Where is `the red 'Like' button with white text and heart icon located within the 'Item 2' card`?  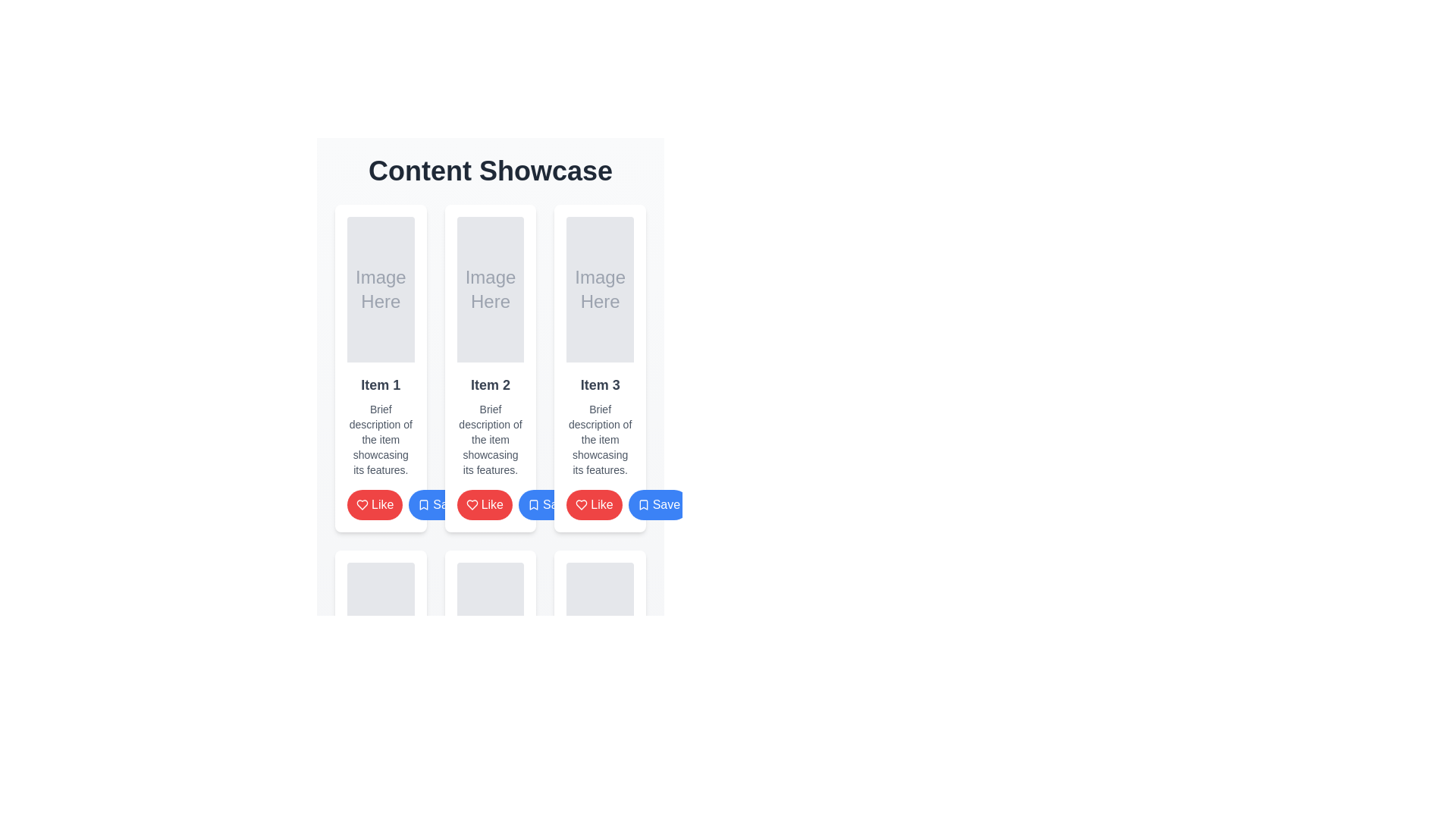
the red 'Like' button with white text and heart icon located within the 'Item 2' card is located at coordinates (491, 505).